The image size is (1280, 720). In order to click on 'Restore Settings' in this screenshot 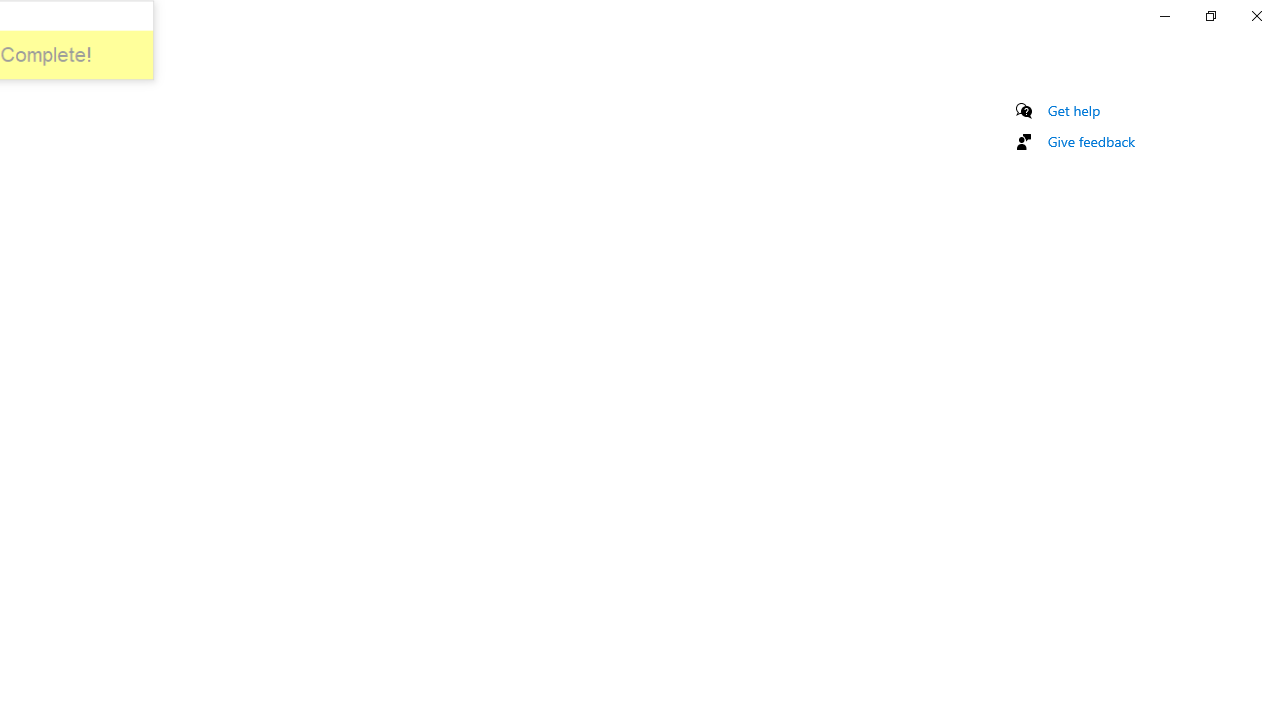, I will do `click(1209, 15)`.